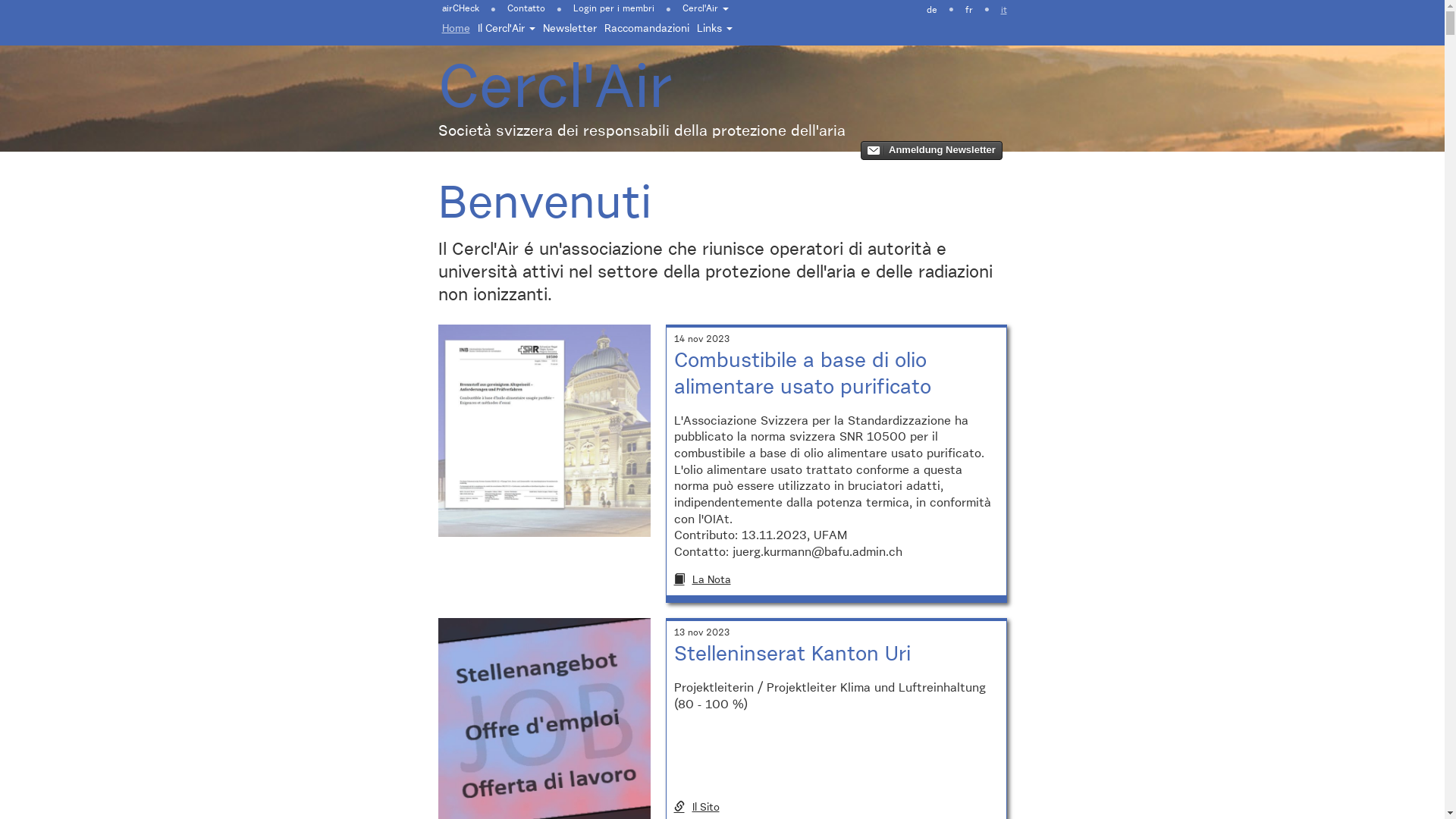  What do you see at coordinates (1003, 9) in the screenshot?
I see `'it'` at bounding box center [1003, 9].